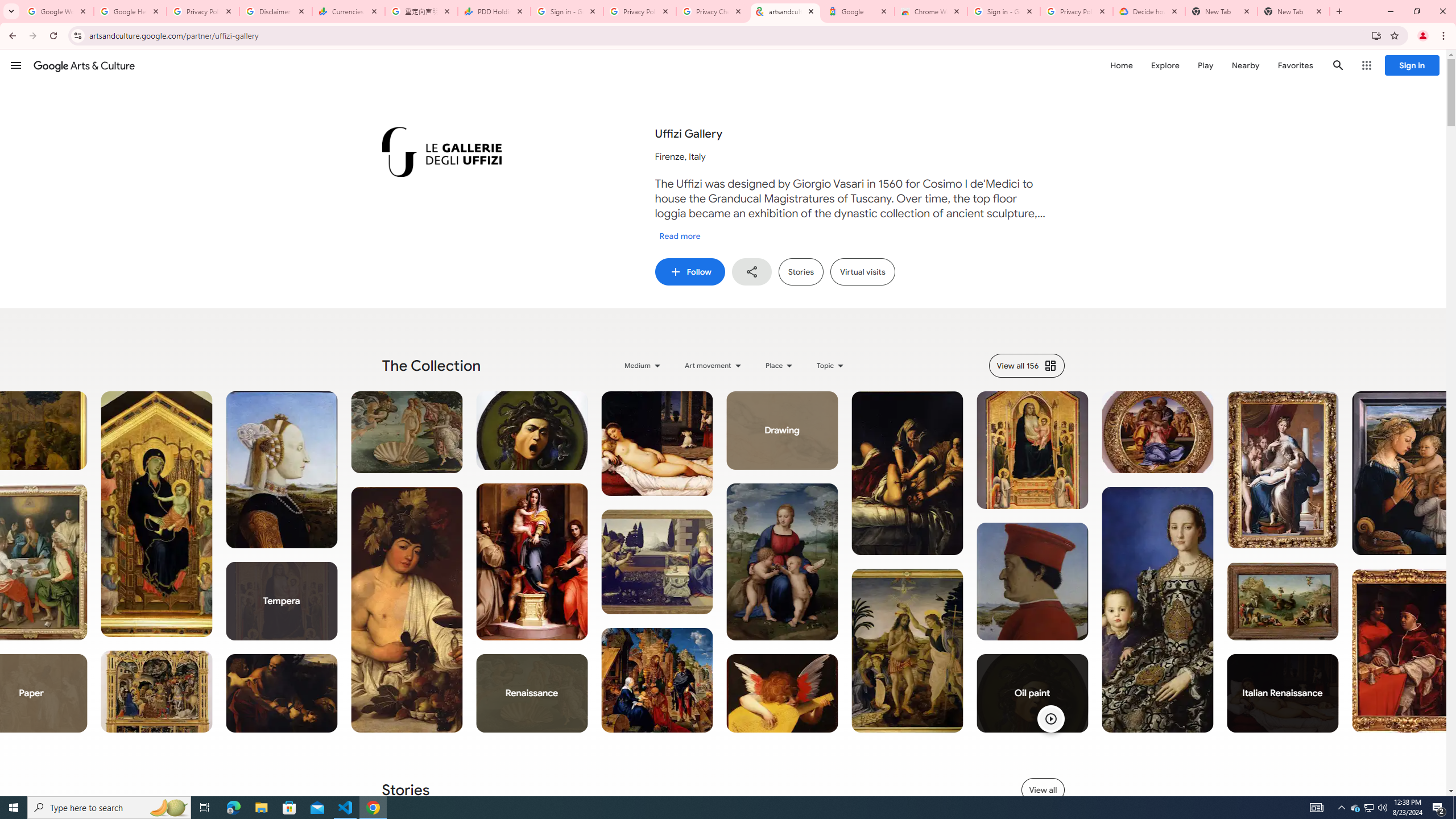 This screenshot has width=1456, height=819. What do you see at coordinates (643, 365) in the screenshot?
I see `'Medium'` at bounding box center [643, 365].